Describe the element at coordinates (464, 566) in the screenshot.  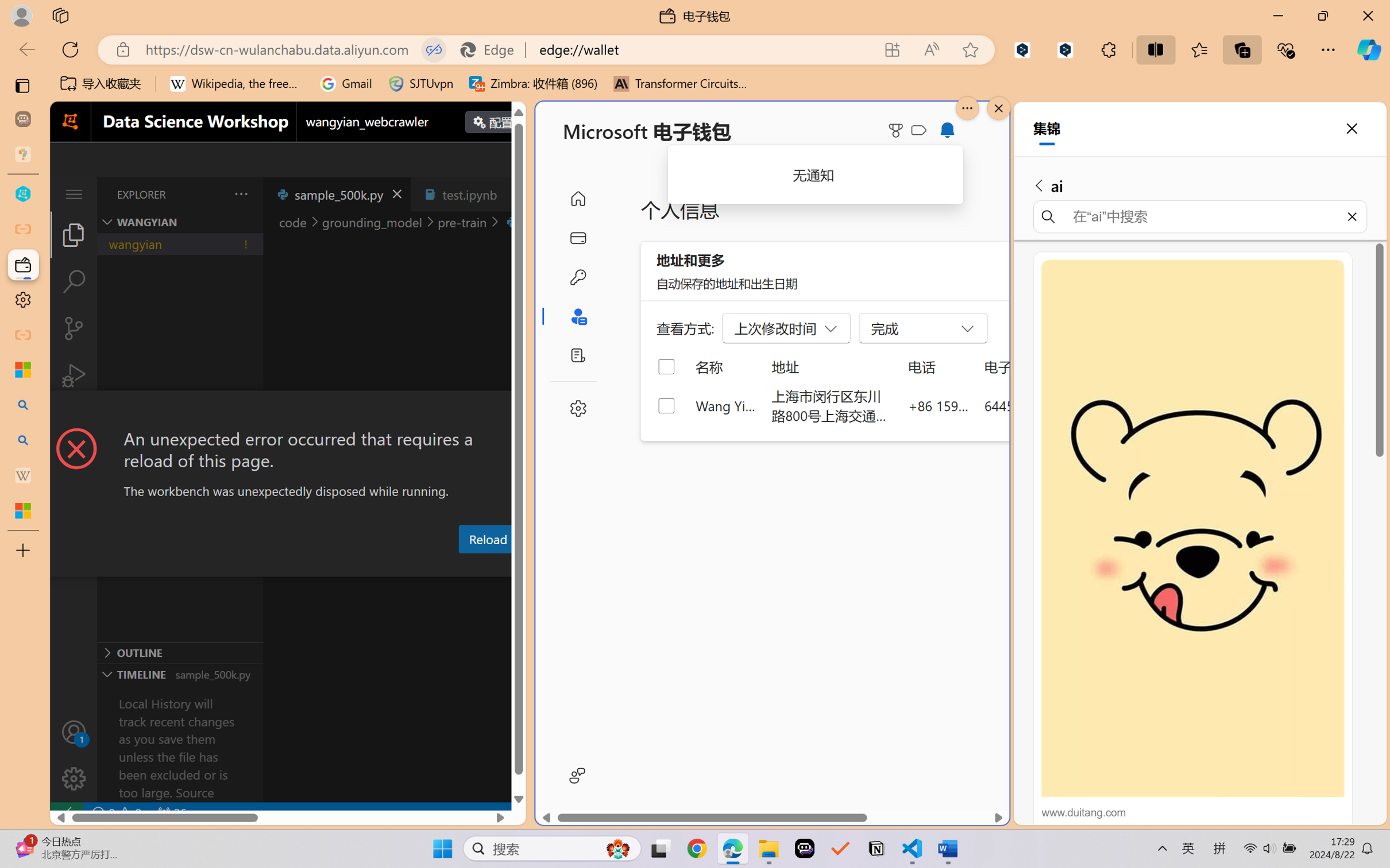
I see `'Debug Console (Ctrl+Shift+Y)'` at that location.